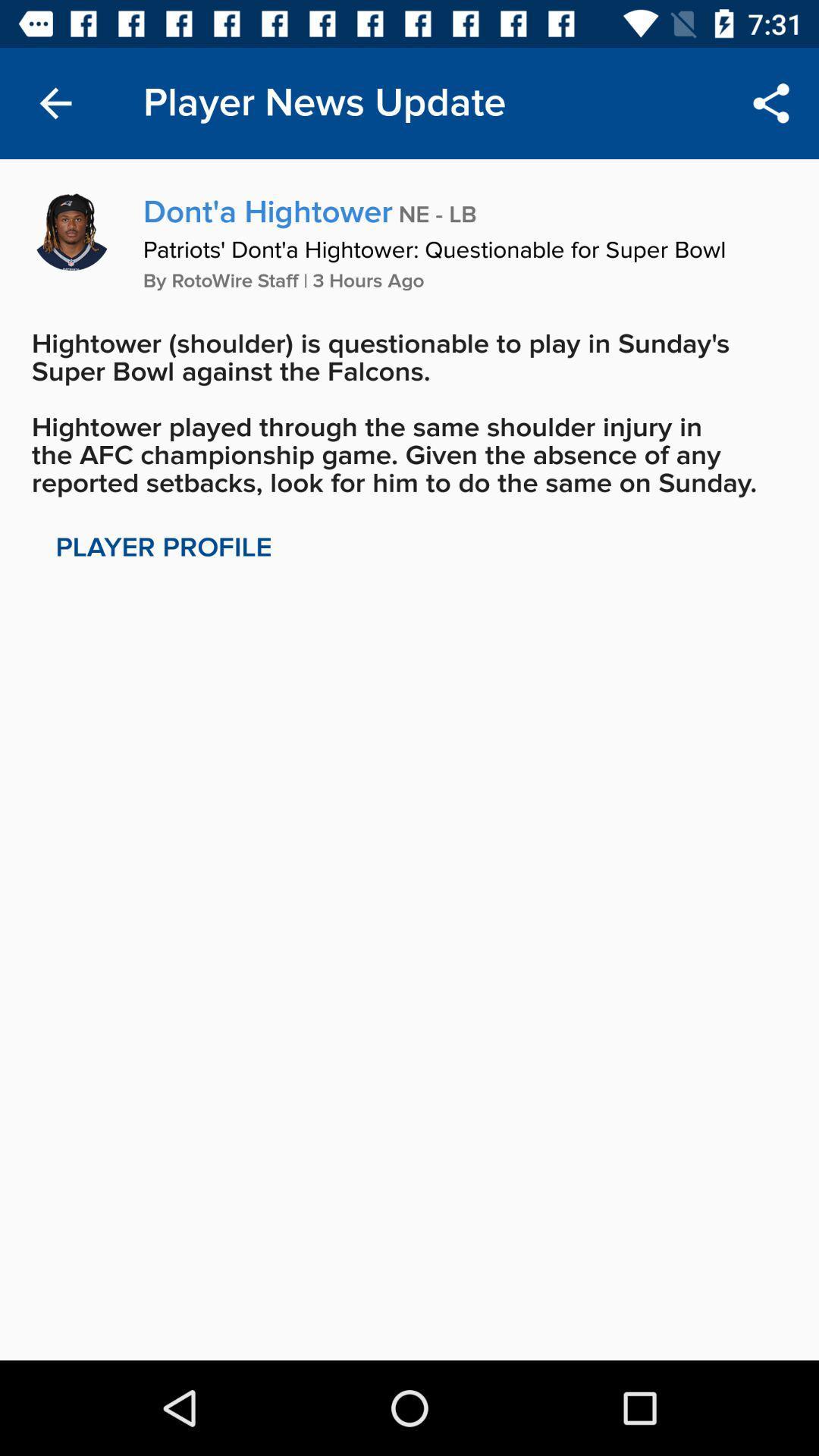  I want to click on the item to the left of the player news update, so click(55, 102).